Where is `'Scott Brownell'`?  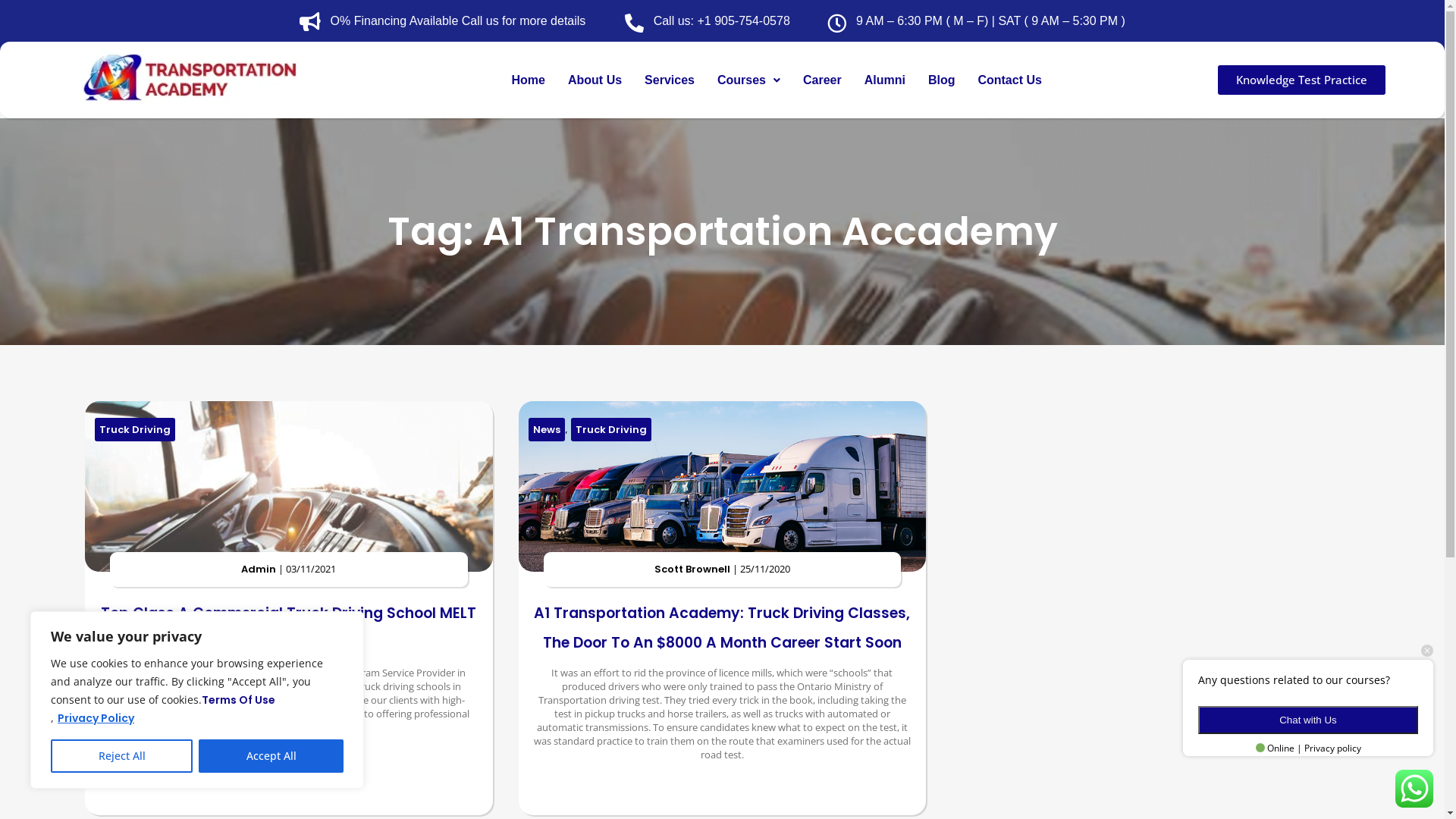
'Scott Brownell' is located at coordinates (691, 569).